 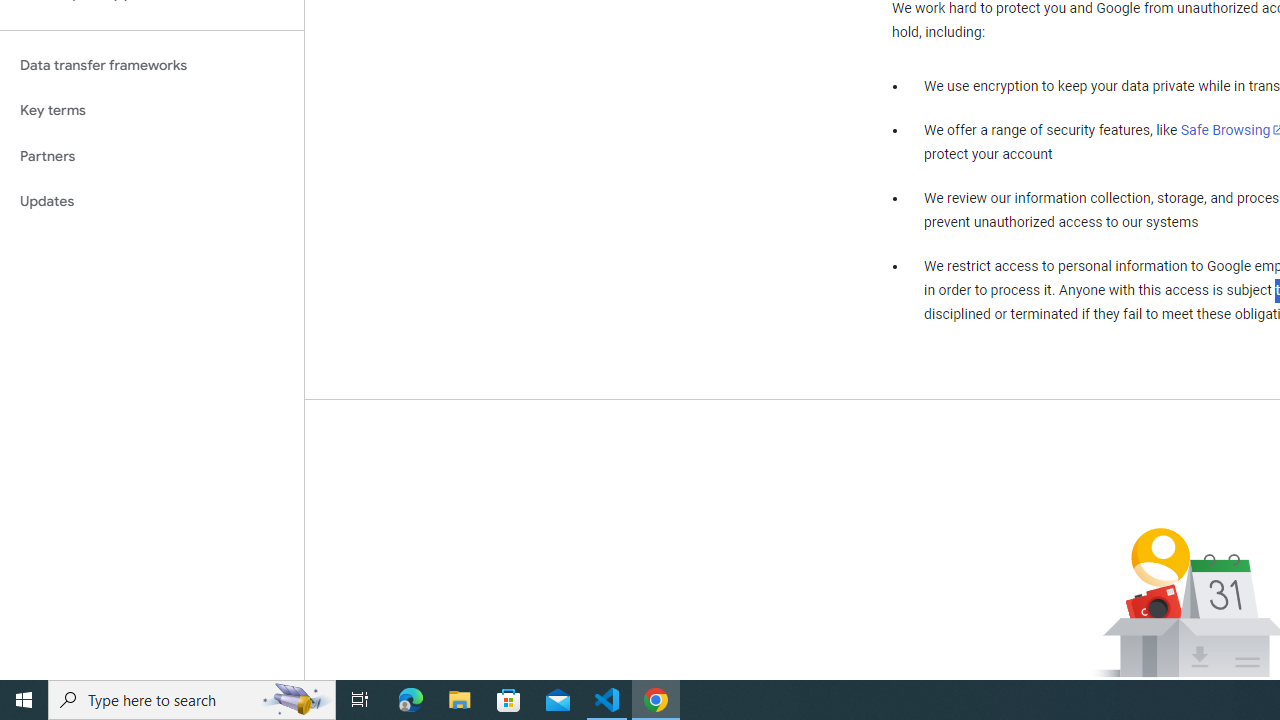 I want to click on 'Data transfer frameworks', so click(x=151, y=64).